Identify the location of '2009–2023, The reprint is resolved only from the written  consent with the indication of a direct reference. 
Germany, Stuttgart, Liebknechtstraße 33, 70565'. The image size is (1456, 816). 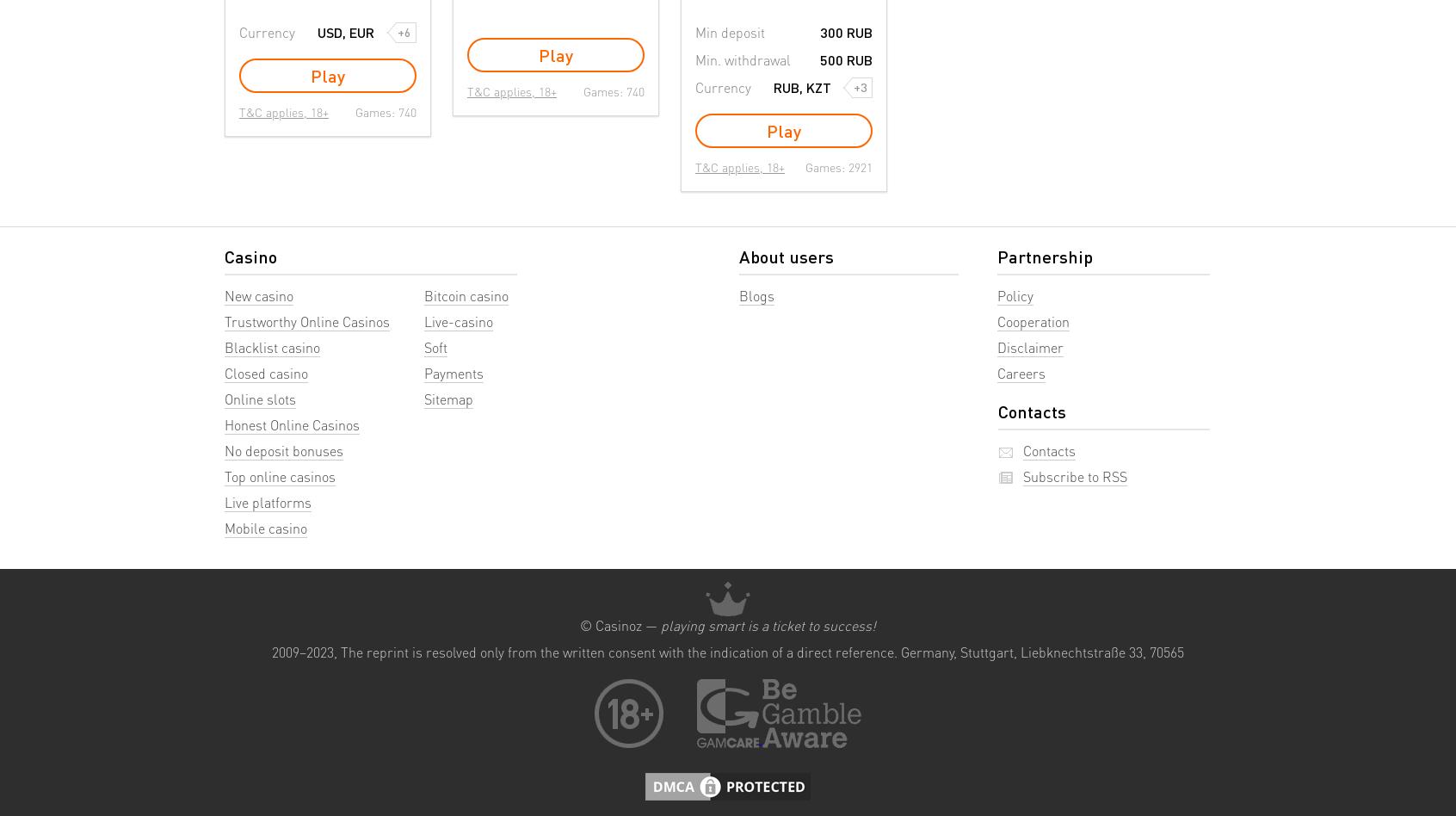
(728, 651).